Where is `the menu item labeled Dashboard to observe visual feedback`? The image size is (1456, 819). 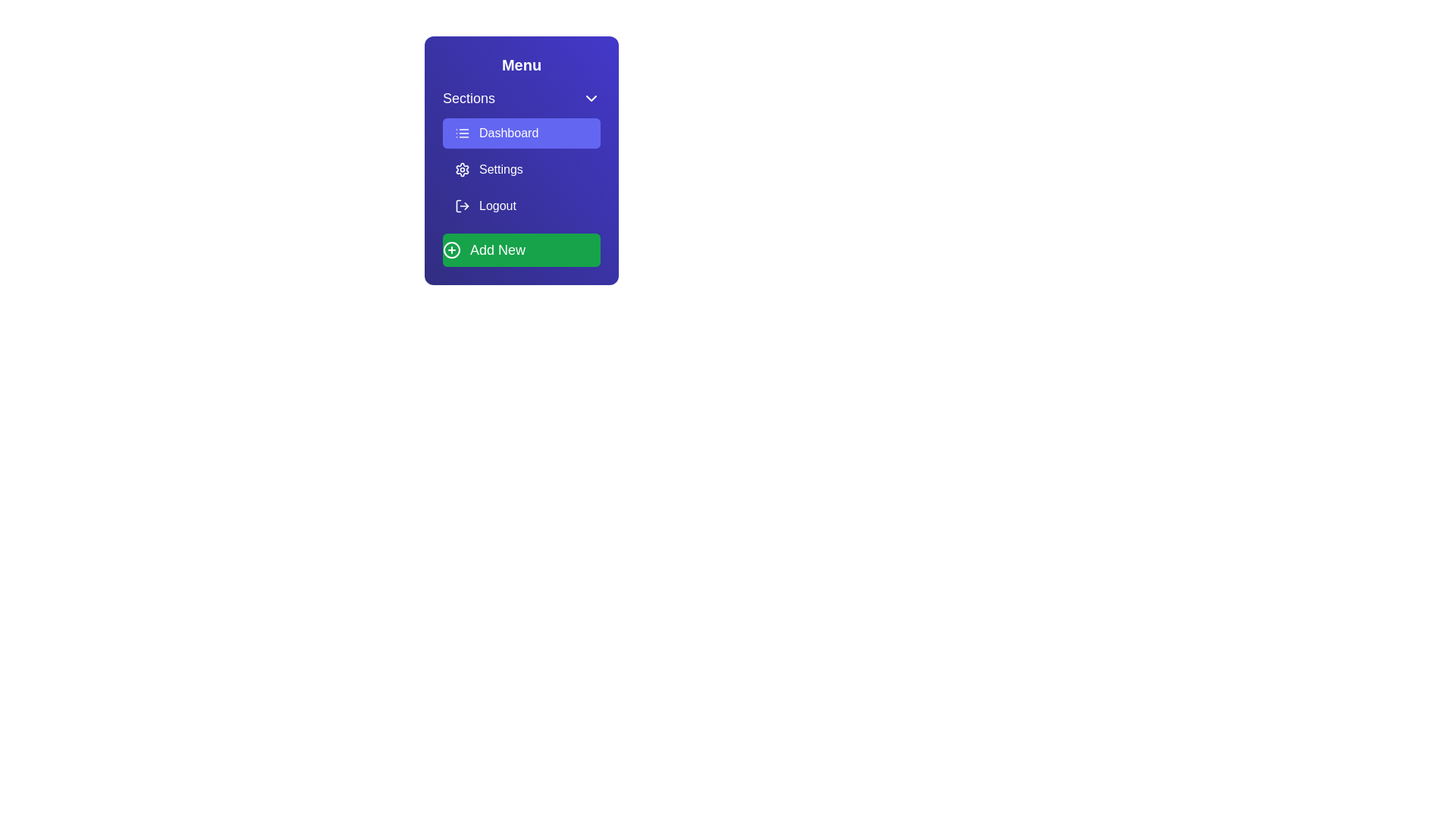 the menu item labeled Dashboard to observe visual feedback is located at coordinates (521, 133).